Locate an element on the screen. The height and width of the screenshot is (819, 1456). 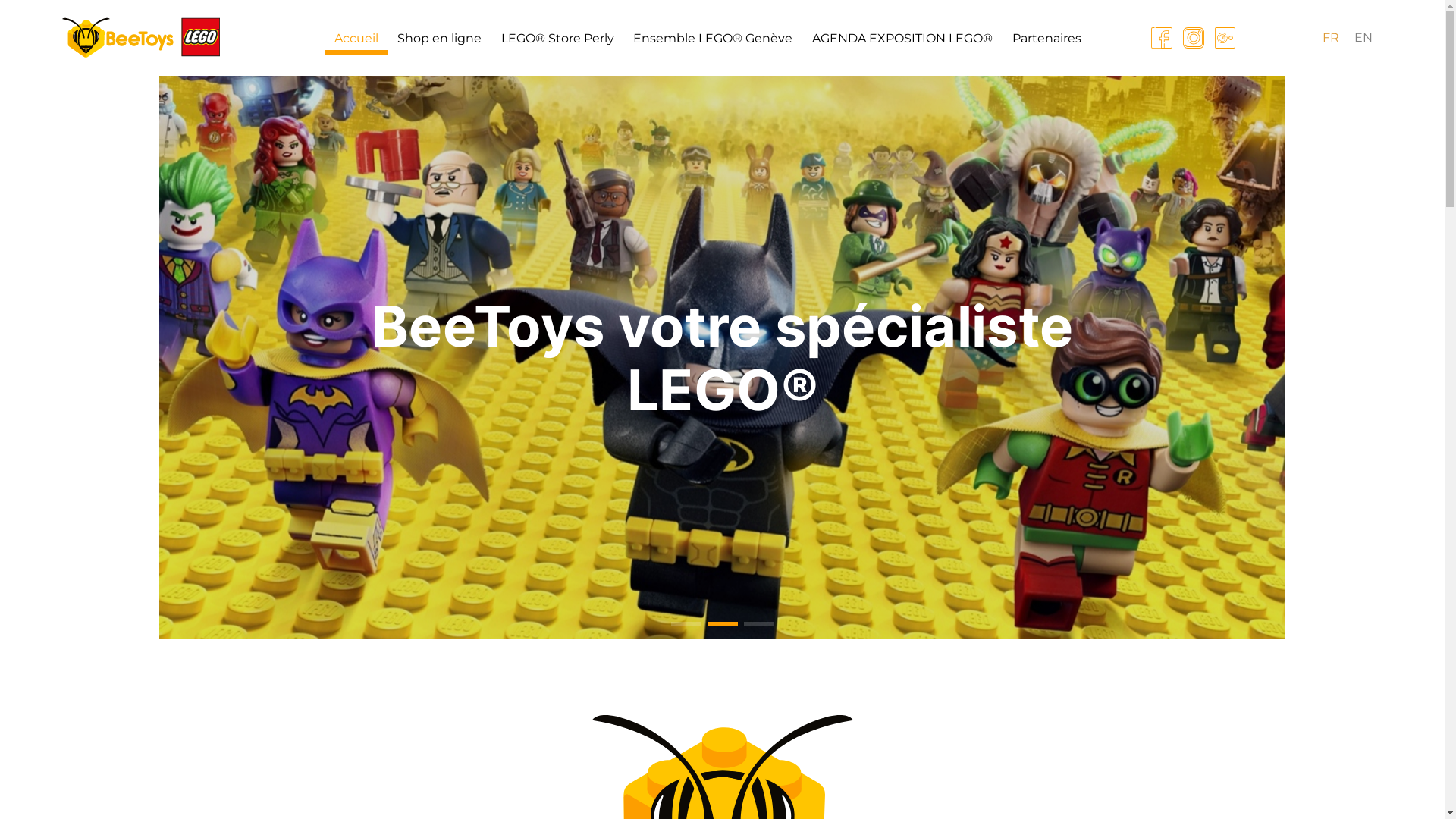
'EN' is located at coordinates (1363, 37).